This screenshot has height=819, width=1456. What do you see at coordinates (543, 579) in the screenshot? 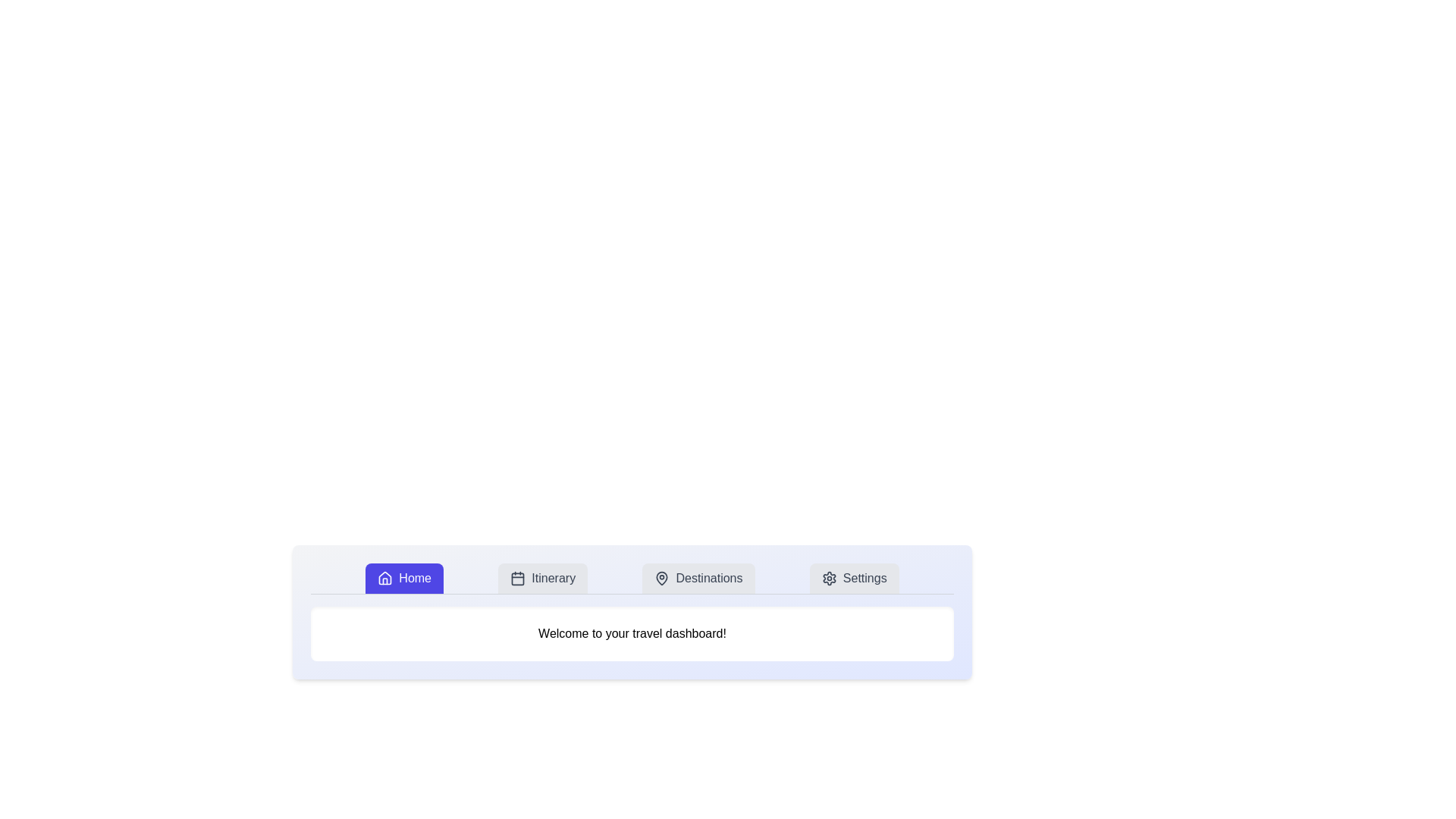
I see `the 'Itinerary' button, which has a light gray background, dark gray text, and a calendar icon` at bounding box center [543, 579].